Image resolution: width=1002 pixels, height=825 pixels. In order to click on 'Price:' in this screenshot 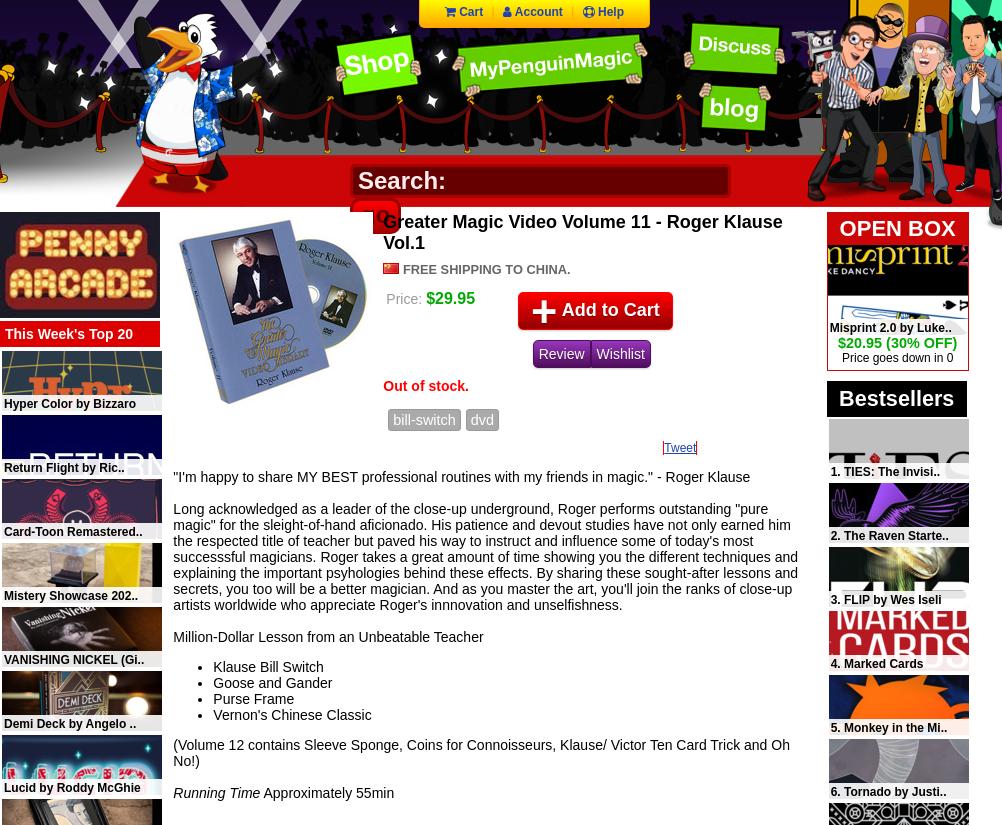, I will do `click(385, 298)`.